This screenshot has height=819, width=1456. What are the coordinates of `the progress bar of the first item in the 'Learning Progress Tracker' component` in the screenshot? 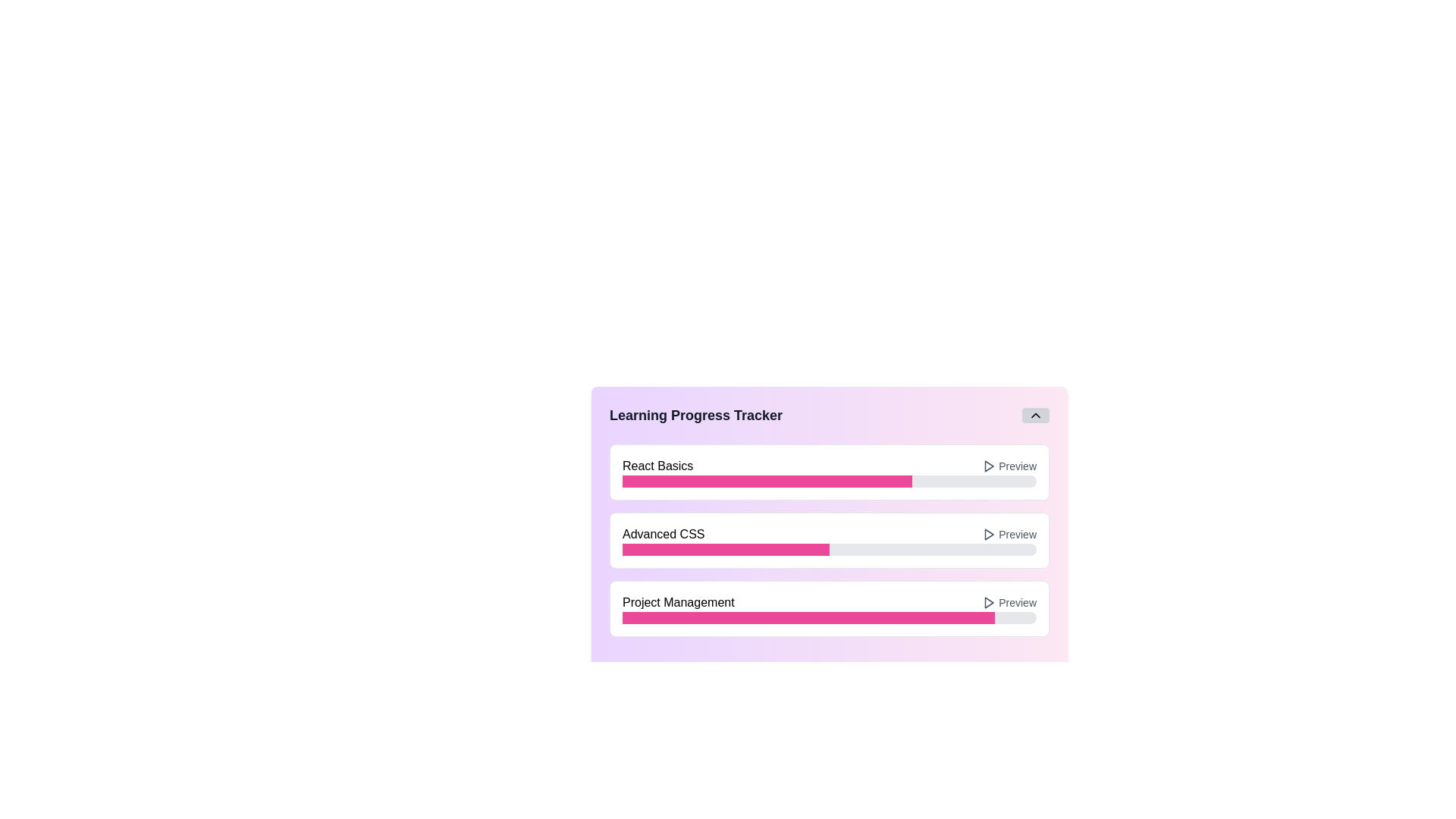 It's located at (829, 547).